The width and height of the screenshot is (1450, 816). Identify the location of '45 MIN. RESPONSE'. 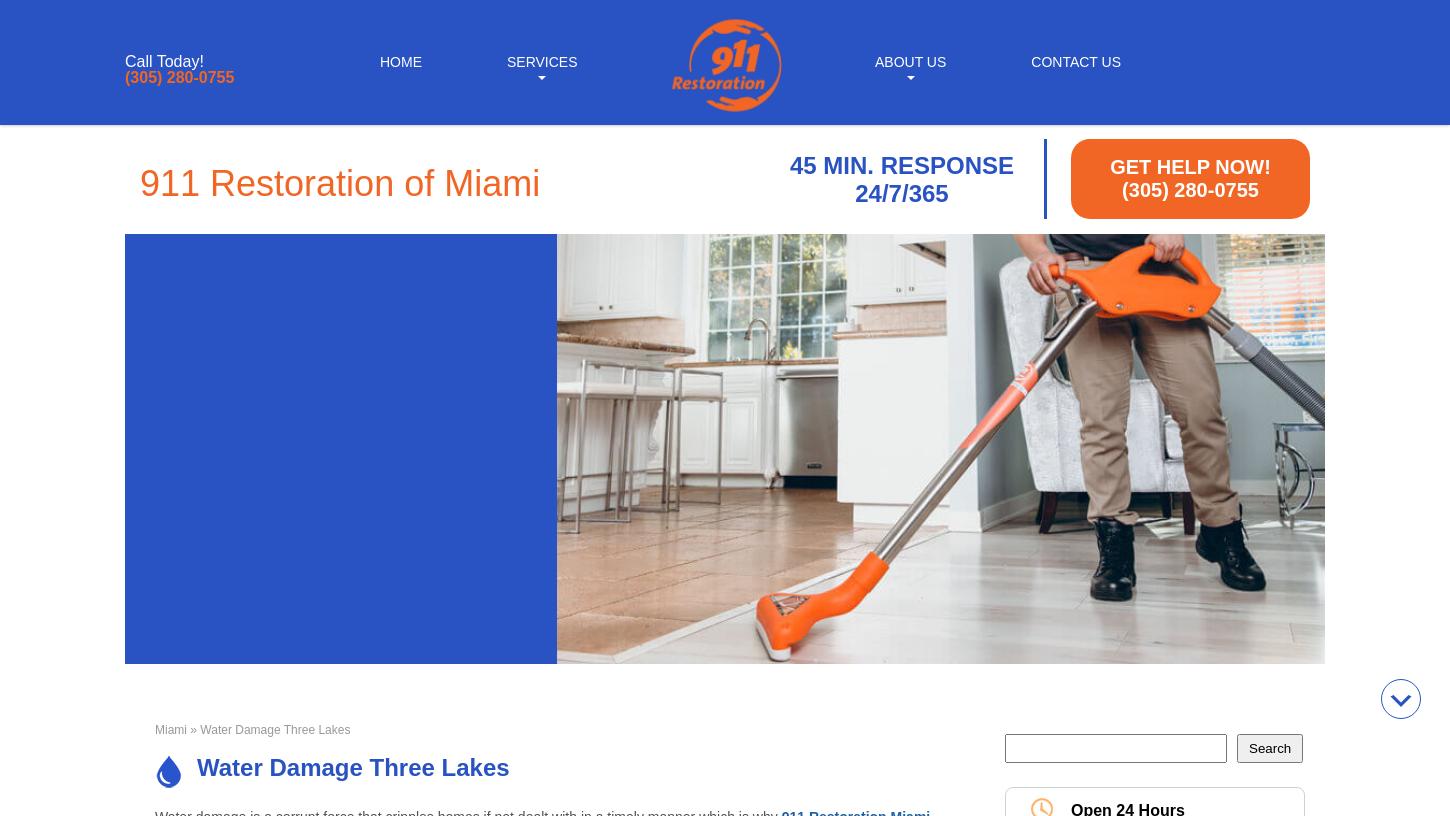
(900, 165).